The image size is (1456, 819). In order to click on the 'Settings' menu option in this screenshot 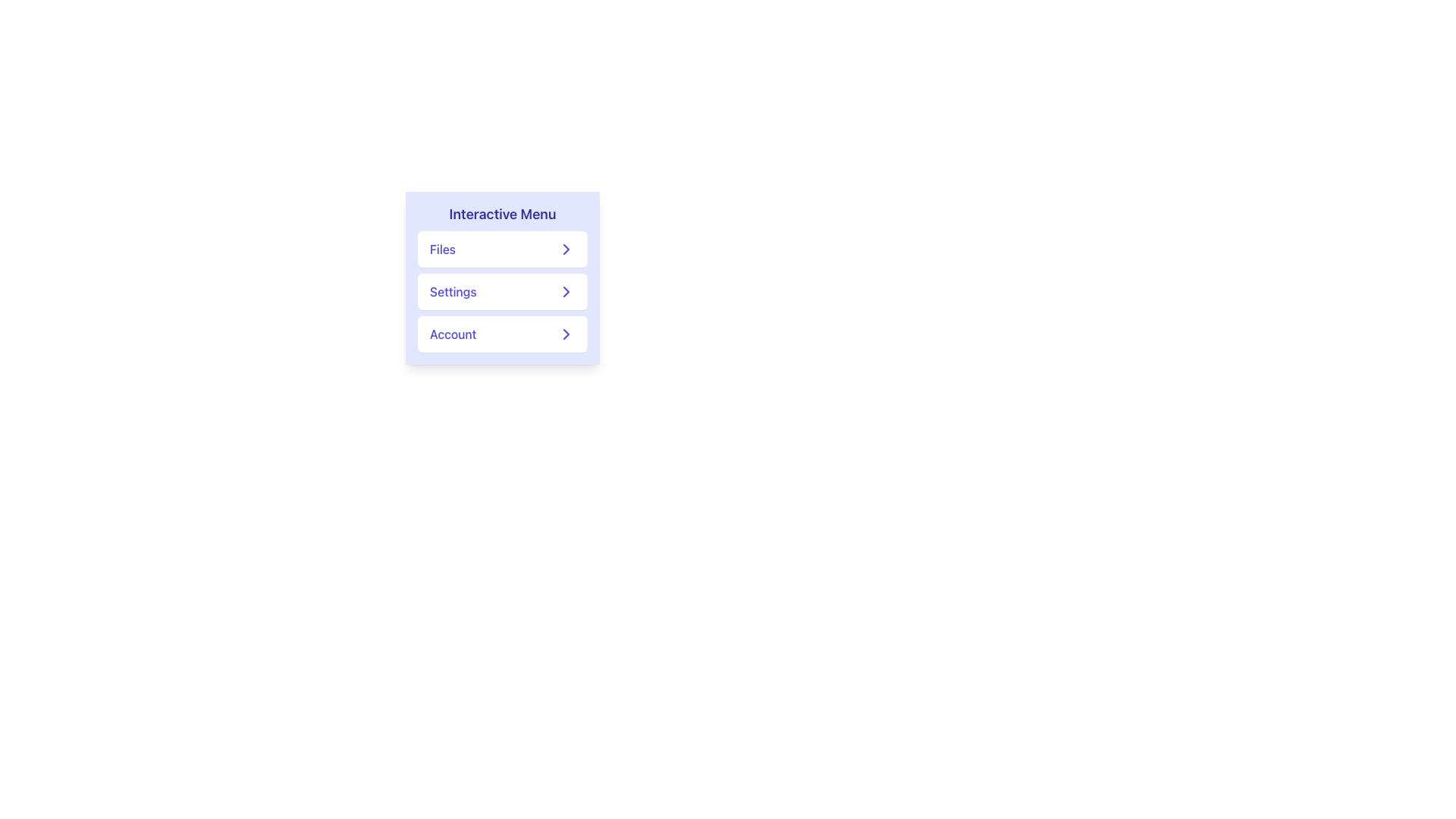, I will do `click(502, 292)`.